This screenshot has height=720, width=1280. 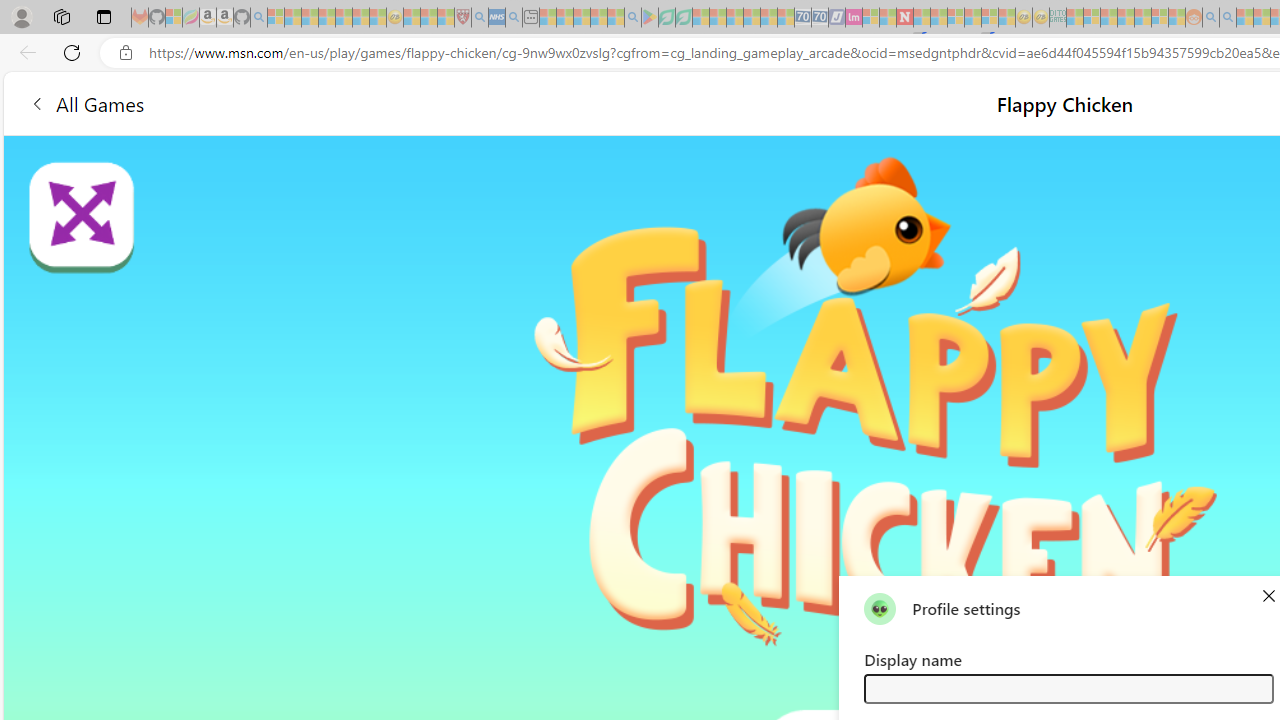 What do you see at coordinates (598, 17) in the screenshot?
I see `'Pets - MSN - Sleeping'` at bounding box center [598, 17].